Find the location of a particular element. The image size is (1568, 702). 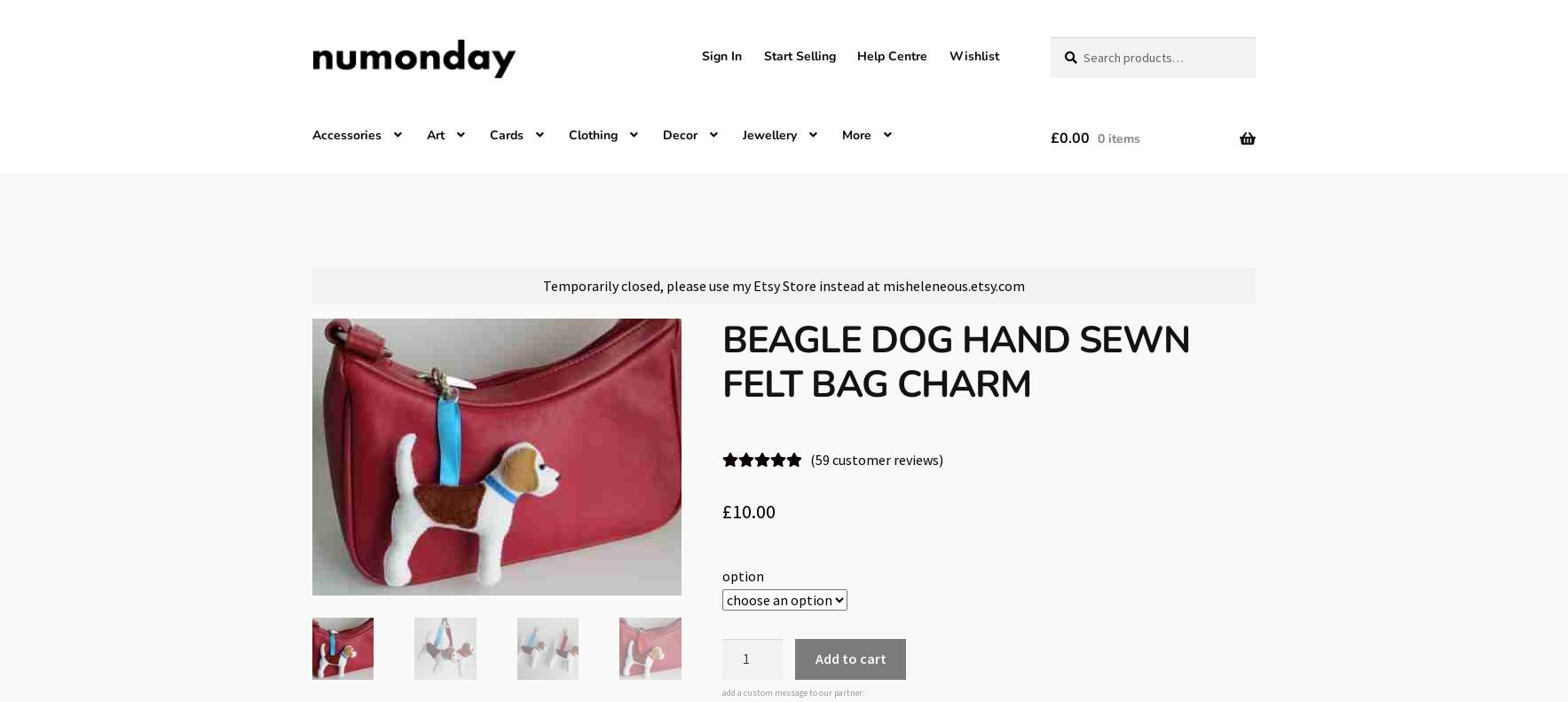

'Add to cart' is located at coordinates (850, 659).